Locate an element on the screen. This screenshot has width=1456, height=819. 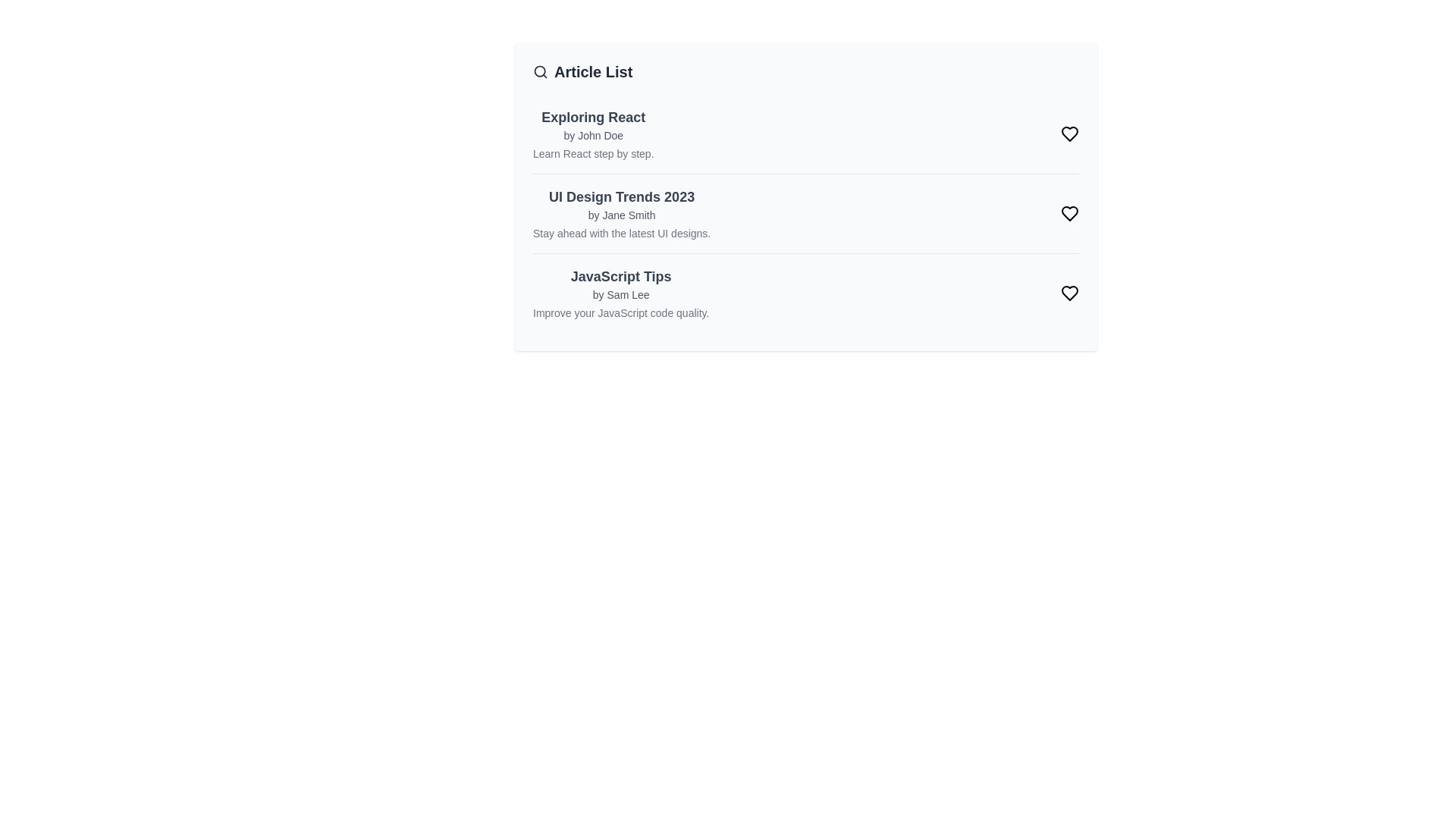
the heart icon of the article titled 'UI Design Trends 2023' to toggle its like status is located at coordinates (1069, 213).